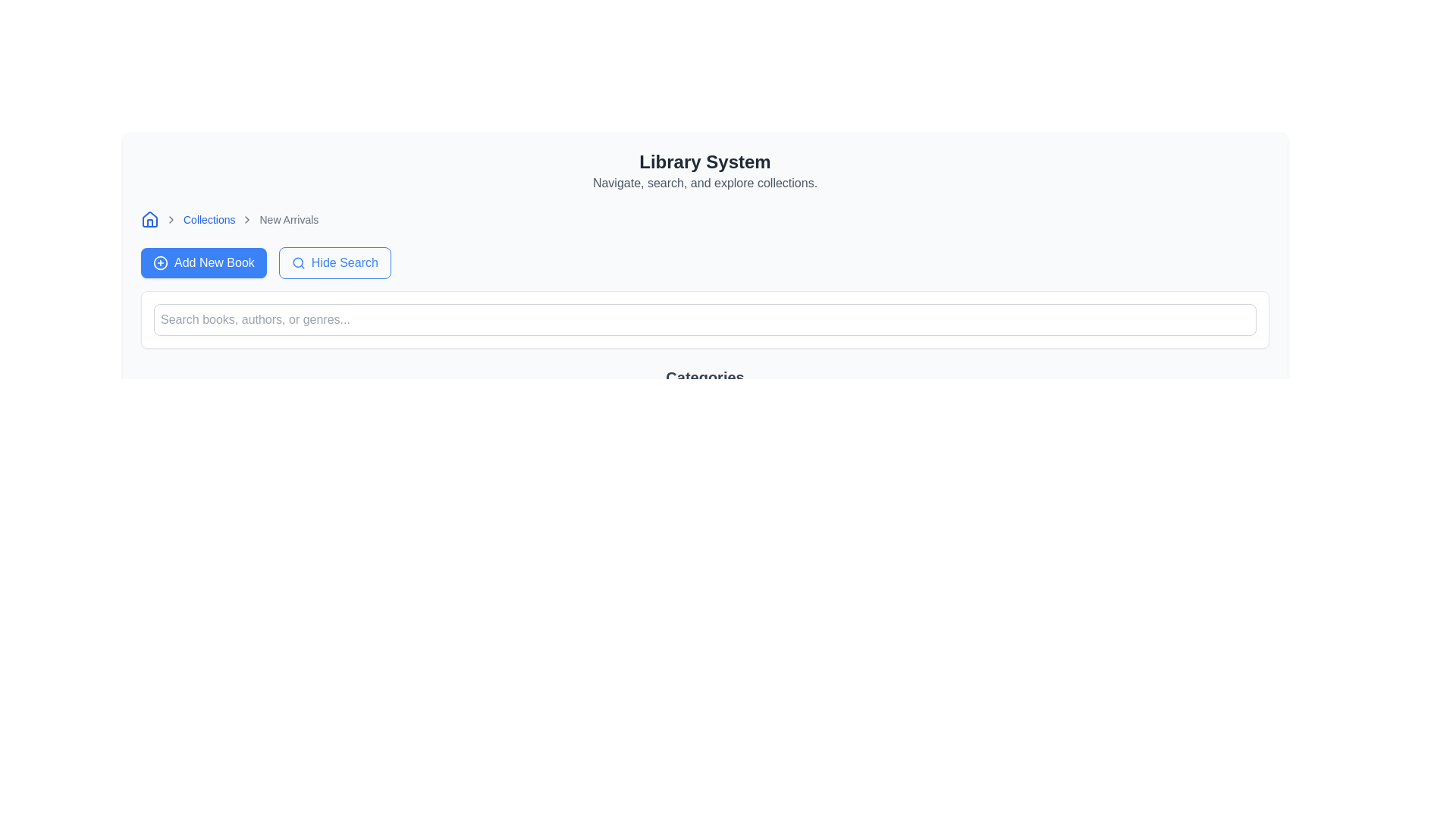  I want to click on the home icon located at the top-left corner of the breadcrumb navigation, preceding the text 'Collections', so click(149, 219).